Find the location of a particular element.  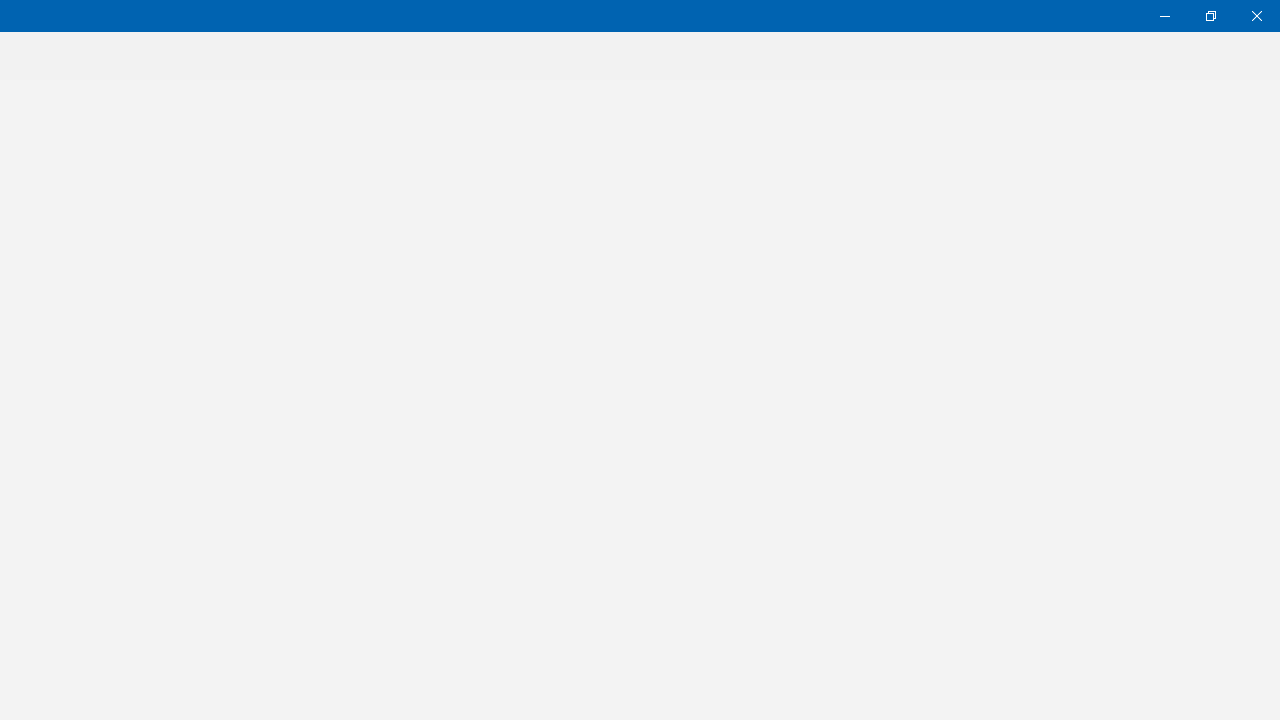

'Close Weather' is located at coordinates (1255, 15).